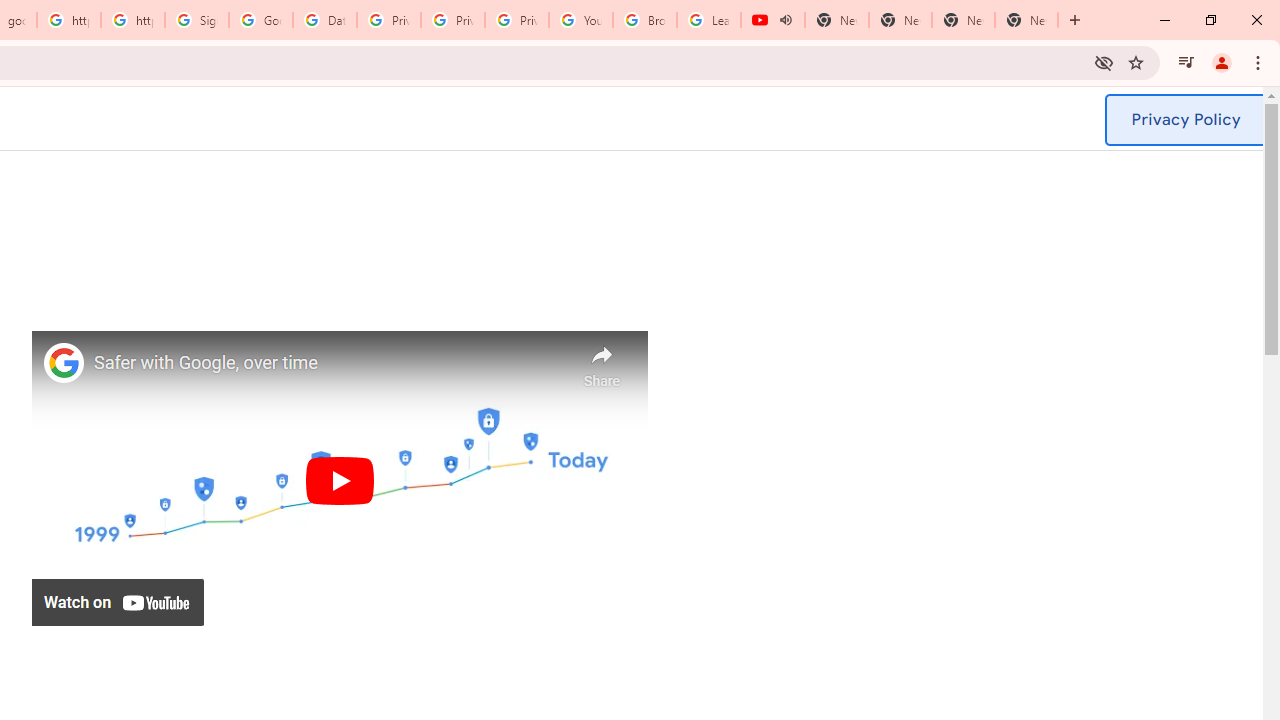 The width and height of the screenshot is (1280, 720). I want to click on 'Control your music, videos, and more', so click(1185, 61).